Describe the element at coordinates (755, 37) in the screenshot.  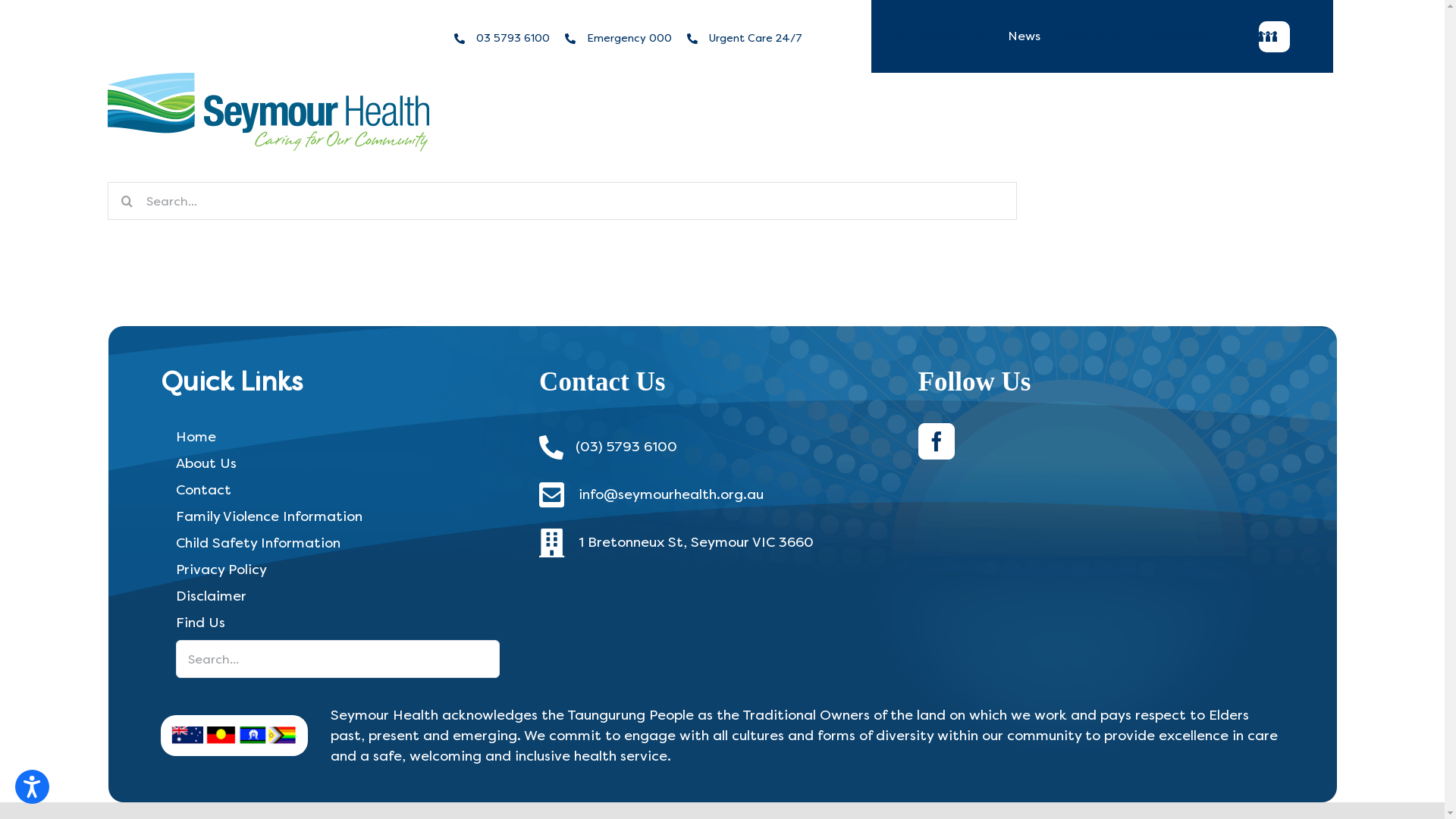
I see `'Urgent Care 24/7'` at that location.